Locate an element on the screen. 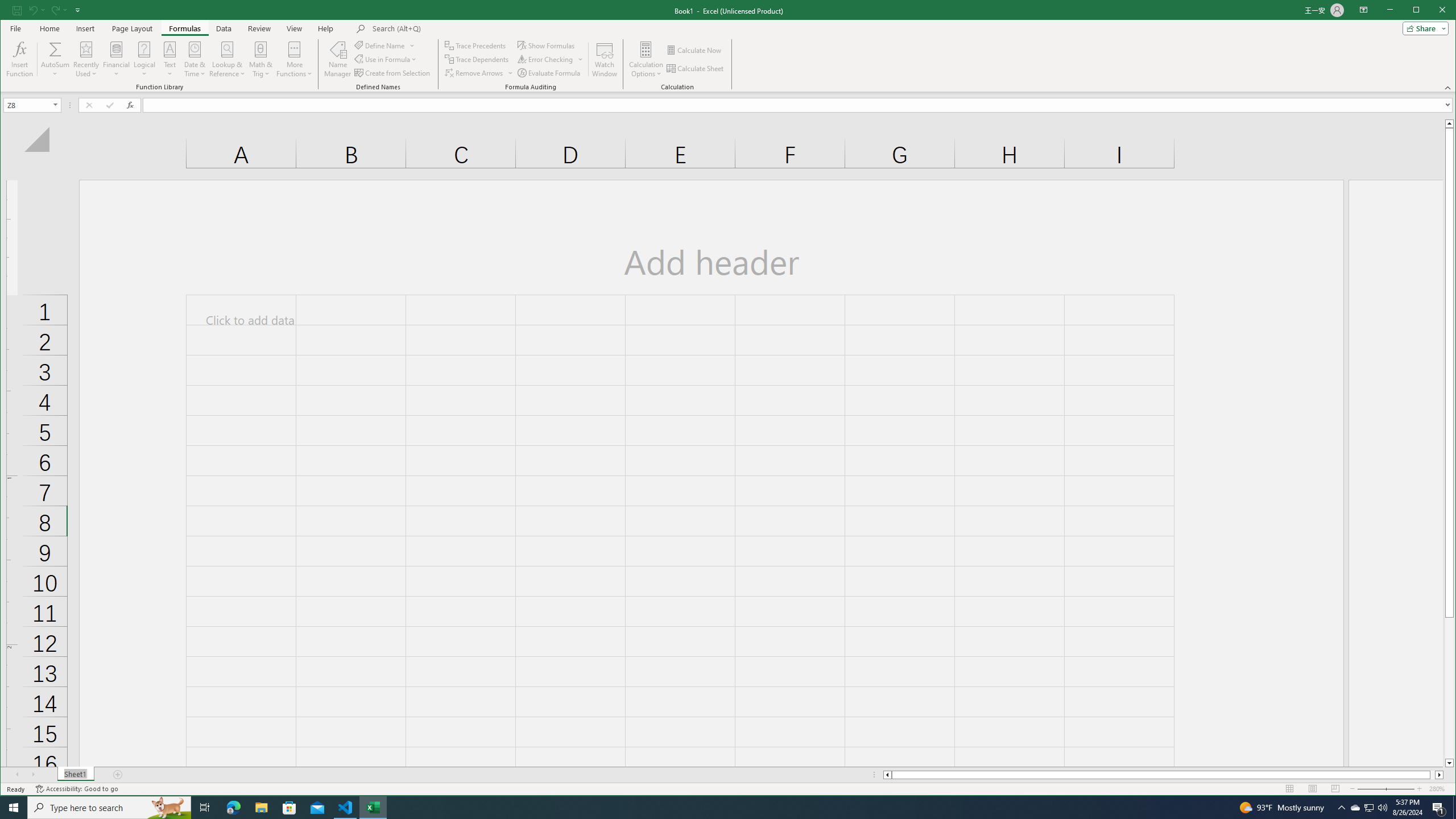 Image resolution: width=1456 pixels, height=819 pixels. 'Error Checking...' is located at coordinates (549, 59).